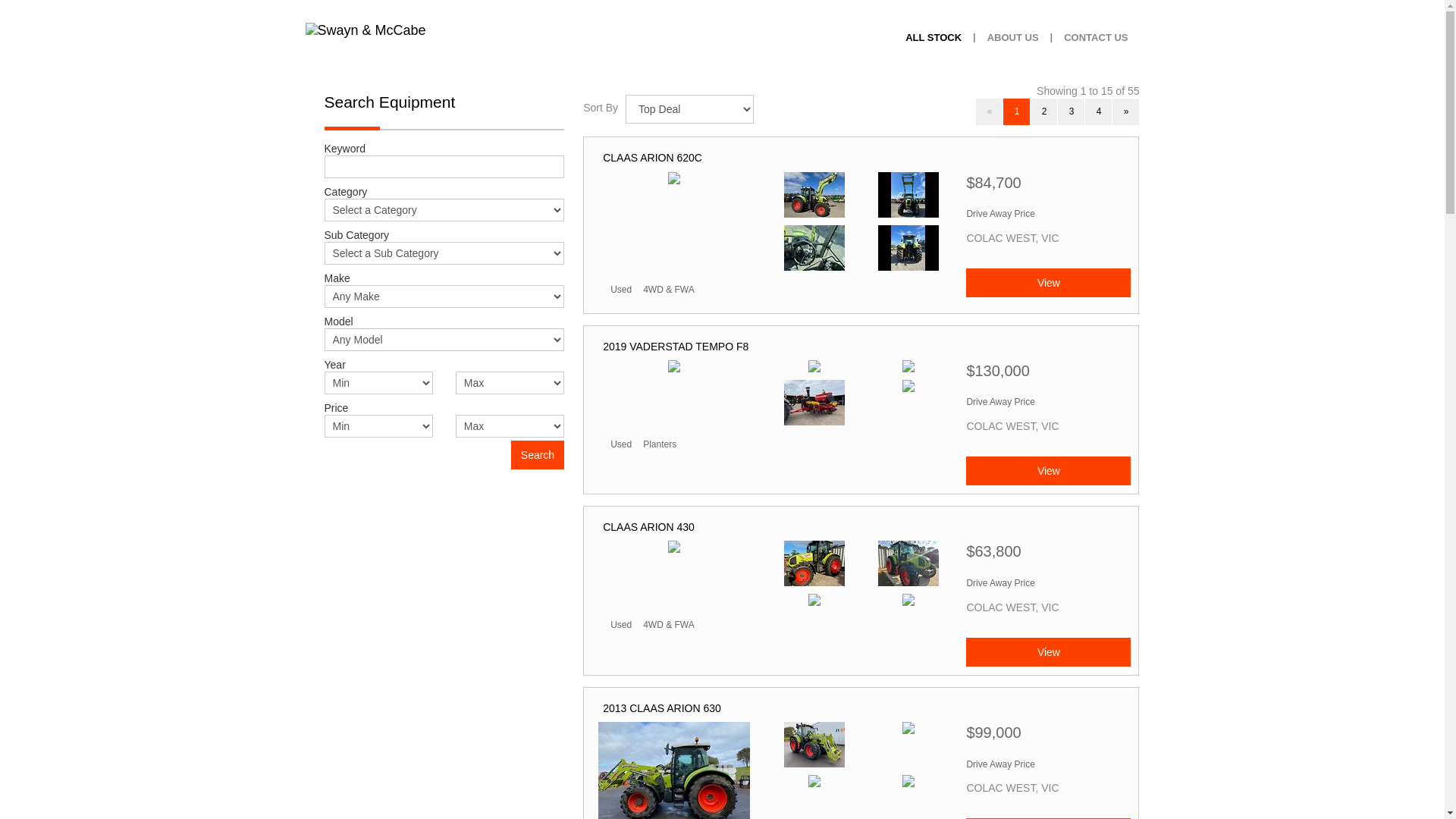 The image size is (1456, 819). I want to click on '4', so click(1098, 111).